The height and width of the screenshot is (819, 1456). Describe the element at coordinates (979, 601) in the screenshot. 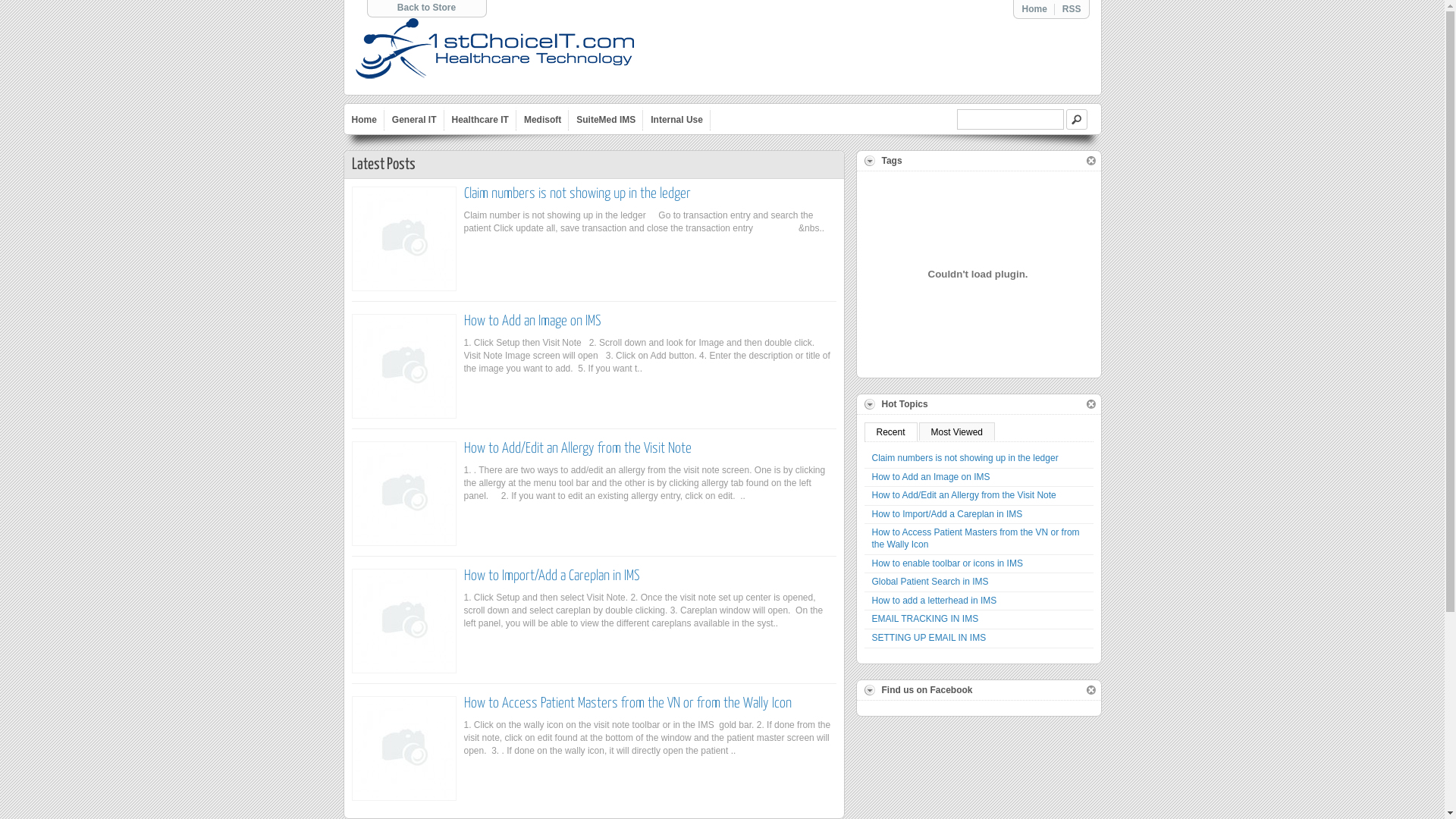

I see `'How to add a letterhead in IMS'` at that location.